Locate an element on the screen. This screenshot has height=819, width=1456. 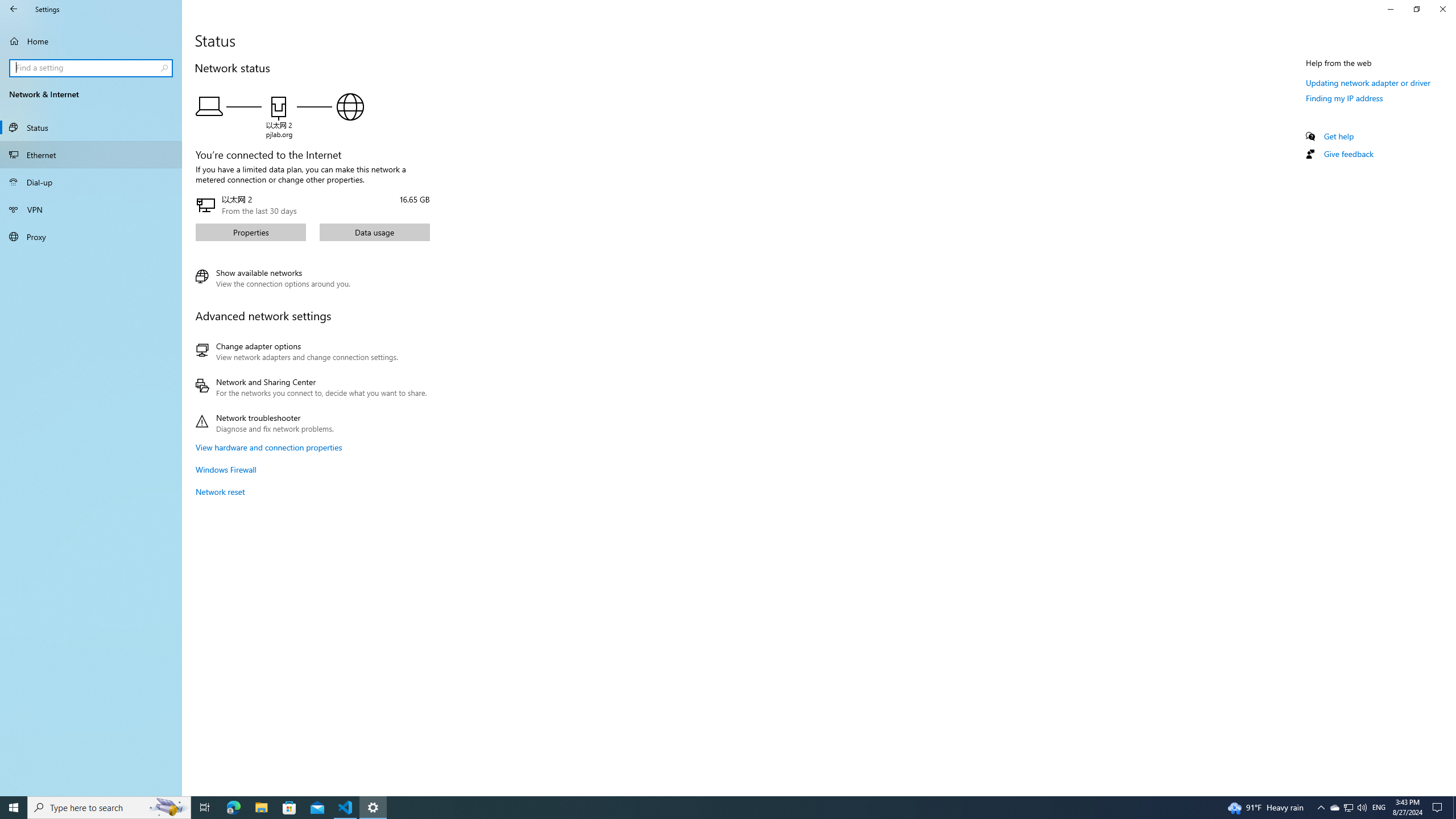
'Running applications' is located at coordinates (706, 806).